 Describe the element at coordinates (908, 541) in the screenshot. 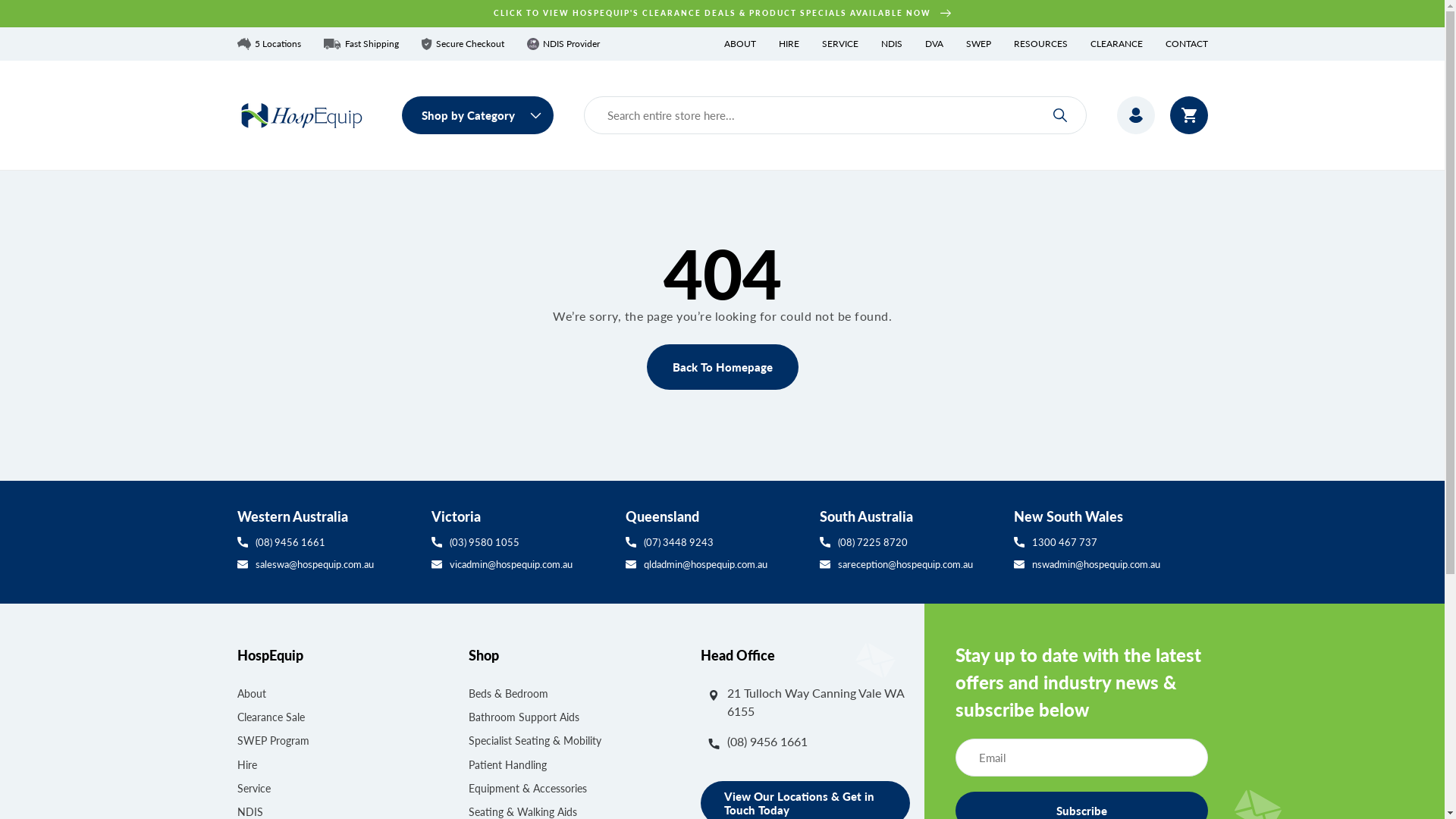

I see `'(08) 7225 8720'` at that location.